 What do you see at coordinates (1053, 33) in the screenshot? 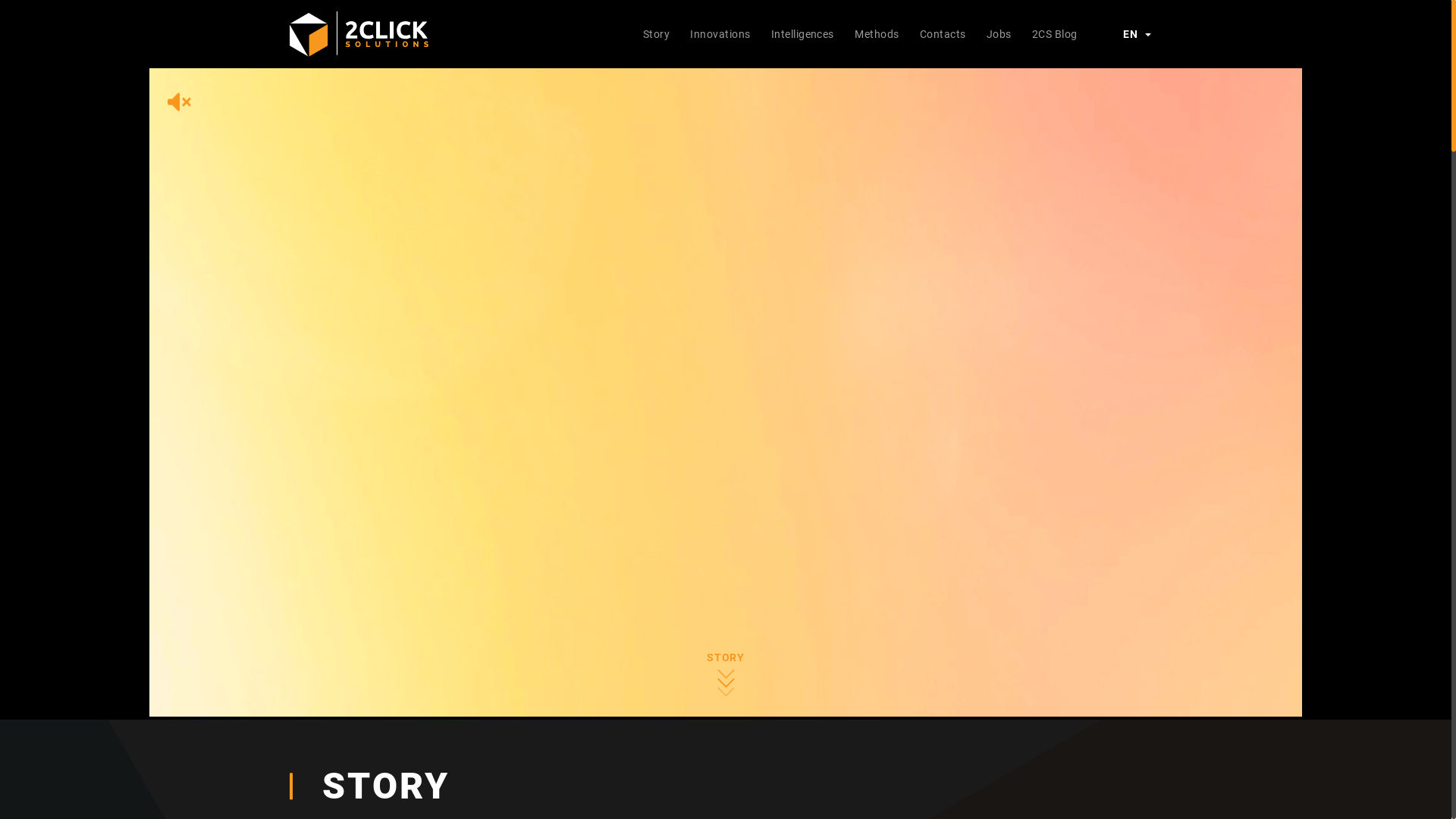
I see `'2CS Blog'` at bounding box center [1053, 33].